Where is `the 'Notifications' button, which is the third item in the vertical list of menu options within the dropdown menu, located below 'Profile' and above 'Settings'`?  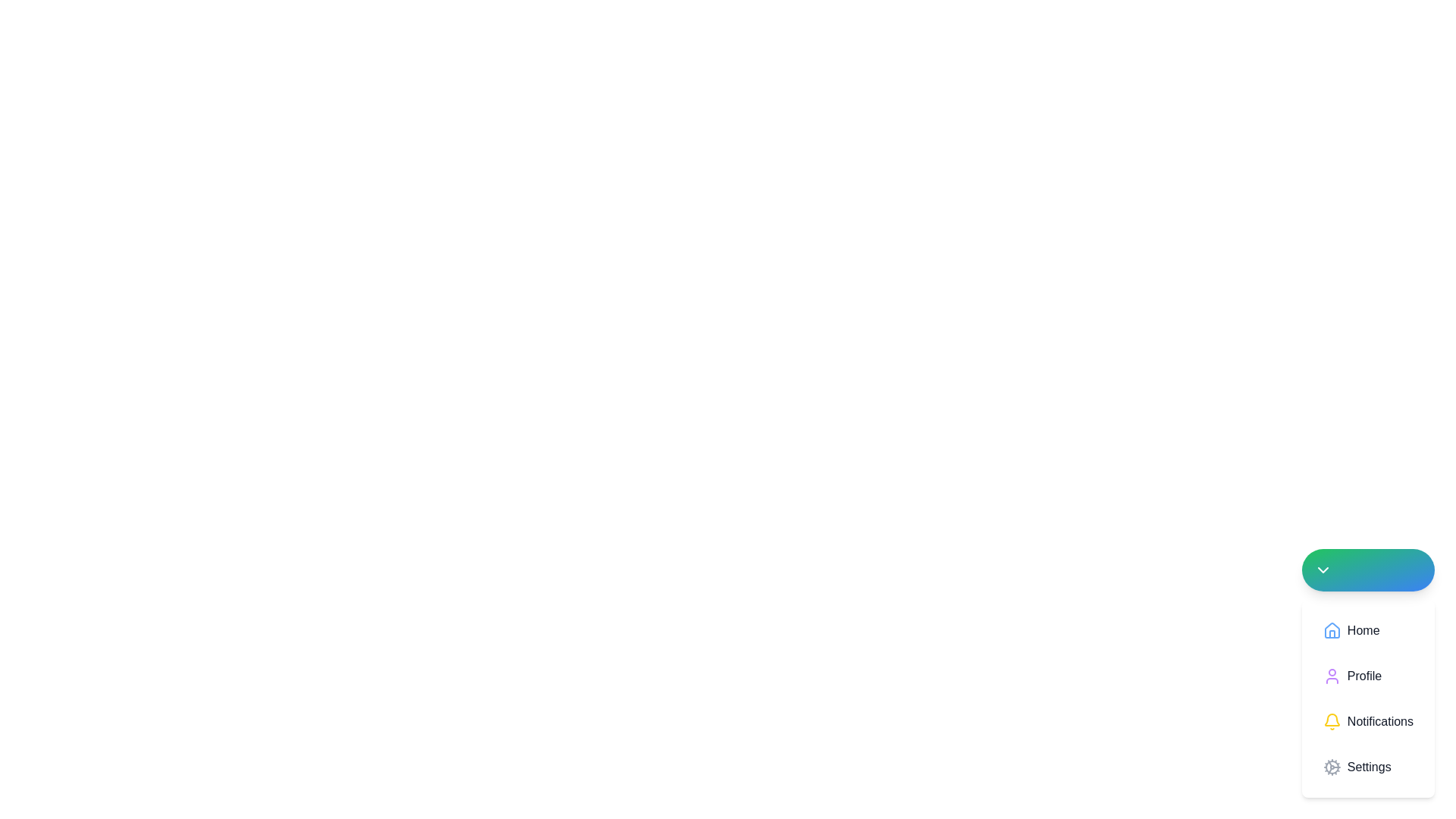 the 'Notifications' button, which is the third item in the vertical list of menu options within the dropdown menu, located below 'Profile' and above 'Settings' is located at coordinates (1368, 721).